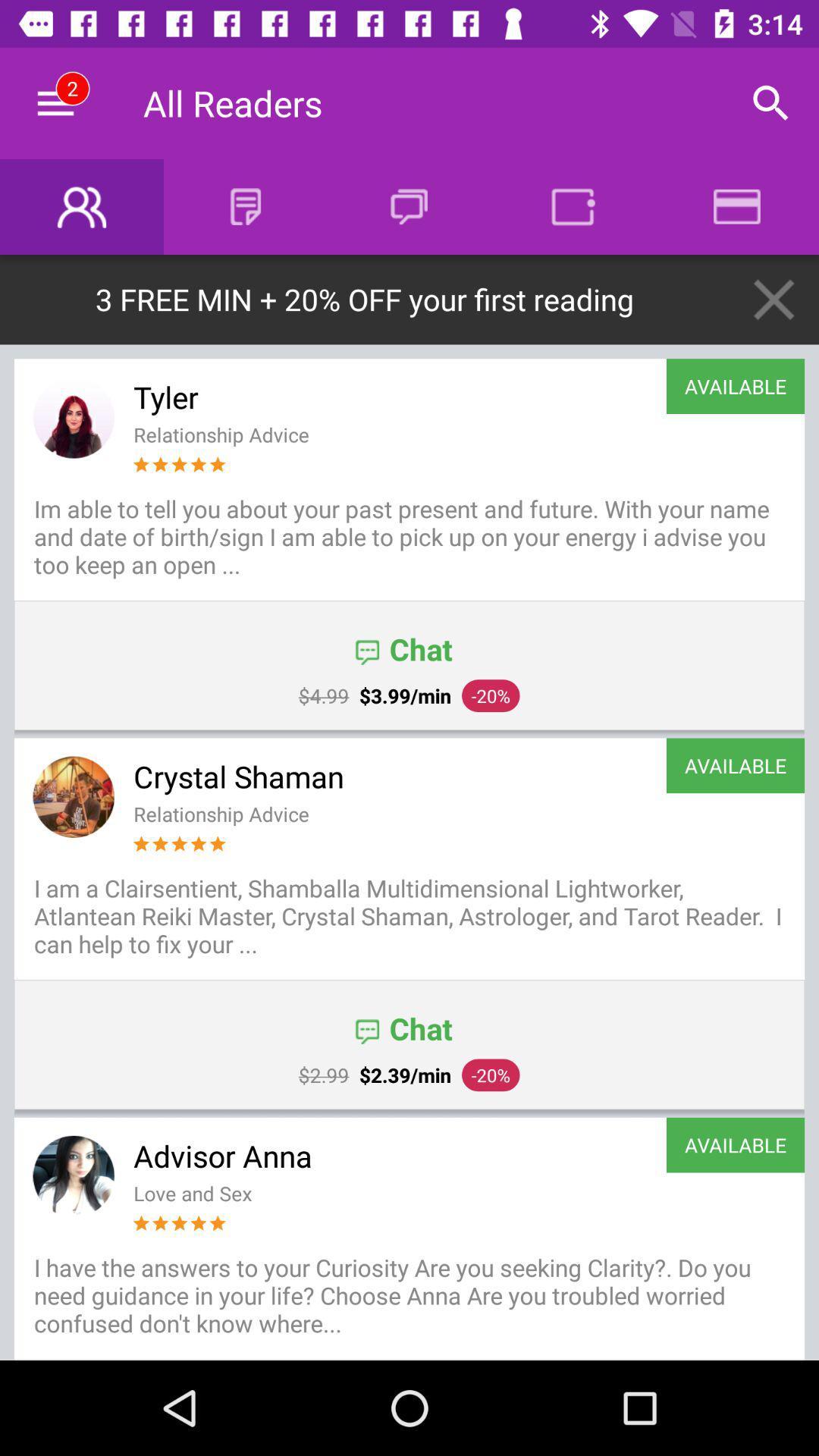 Image resolution: width=819 pixels, height=1456 pixels. Describe the element at coordinates (773, 300) in the screenshot. I see `the close icon` at that location.